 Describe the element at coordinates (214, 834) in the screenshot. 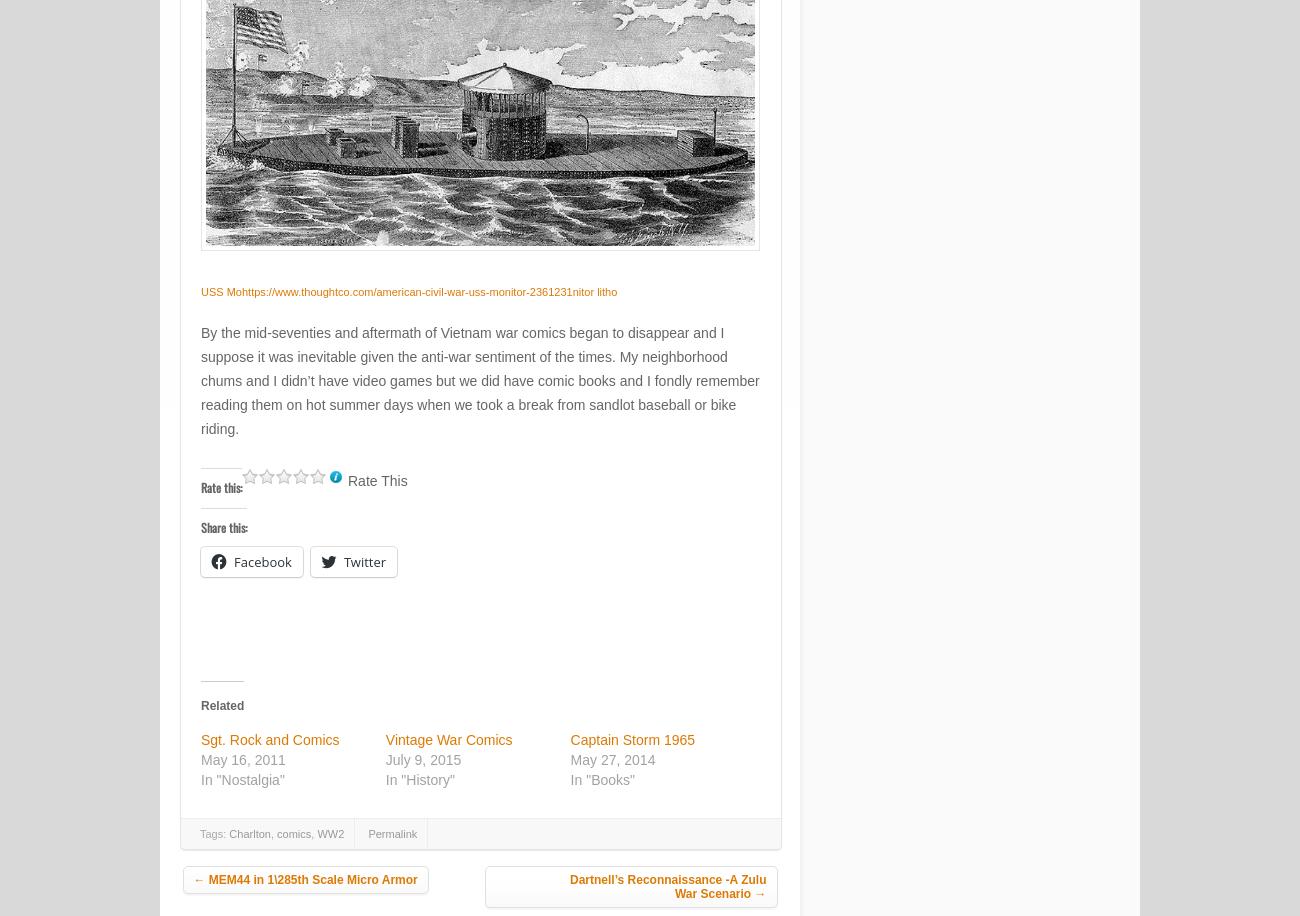

I see `'Tags:'` at that location.